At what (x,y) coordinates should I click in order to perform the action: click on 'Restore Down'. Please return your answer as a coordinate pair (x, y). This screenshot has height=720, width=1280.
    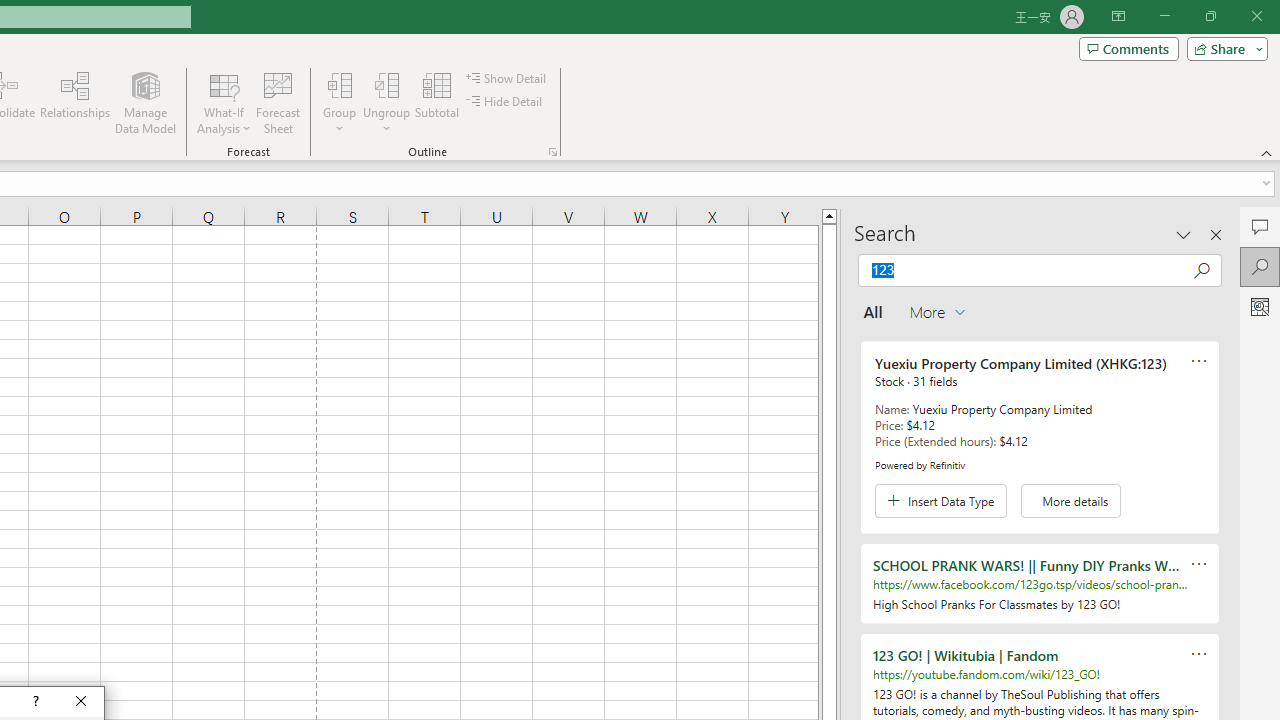
    Looking at the image, I should click on (1209, 16).